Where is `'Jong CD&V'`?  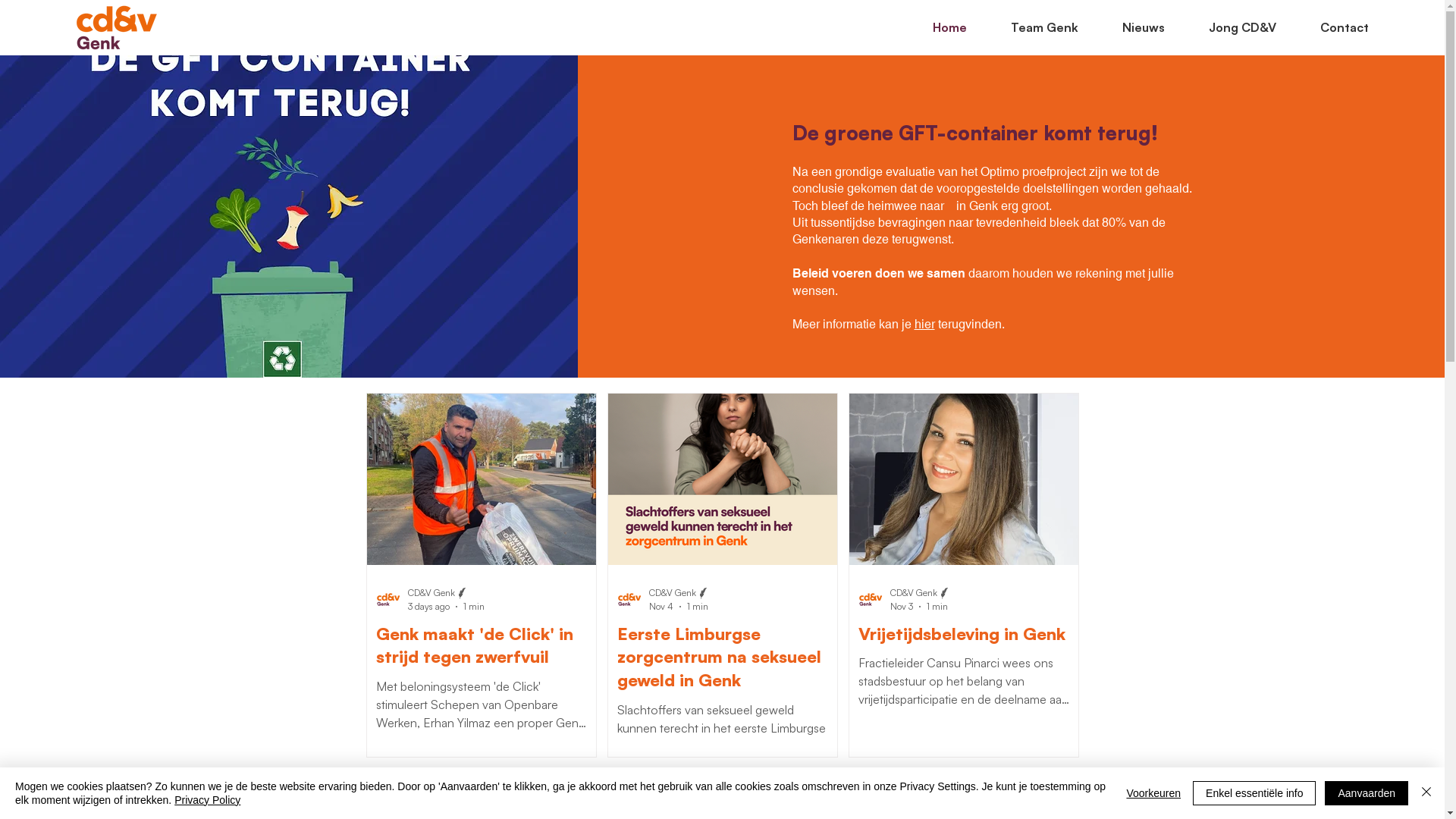
'Jong CD&V' is located at coordinates (1232, 27).